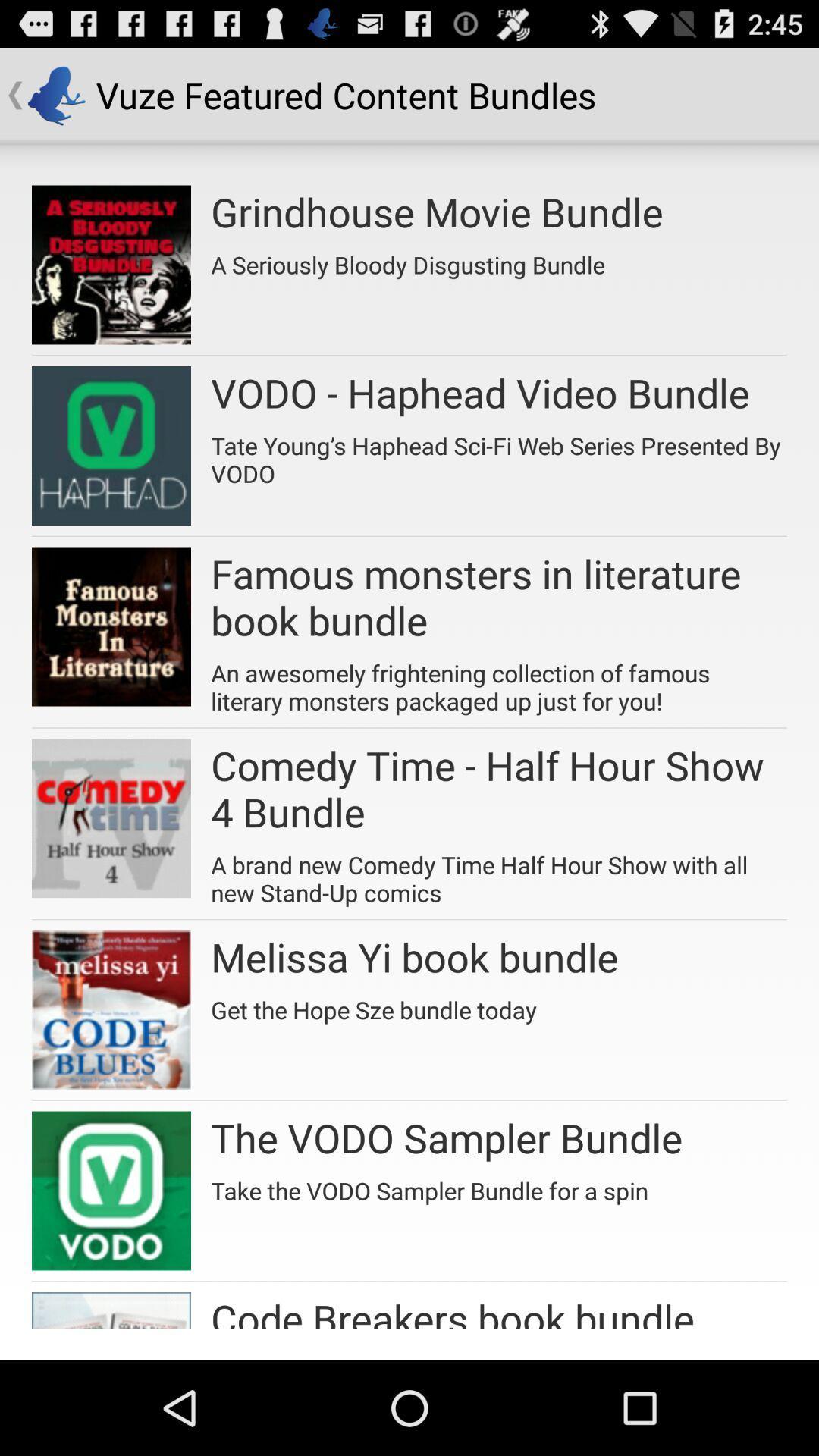 Image resolution: width=819 pixels, height=1456 pixels. I want to click on the a brand new app, so click(499, 874).